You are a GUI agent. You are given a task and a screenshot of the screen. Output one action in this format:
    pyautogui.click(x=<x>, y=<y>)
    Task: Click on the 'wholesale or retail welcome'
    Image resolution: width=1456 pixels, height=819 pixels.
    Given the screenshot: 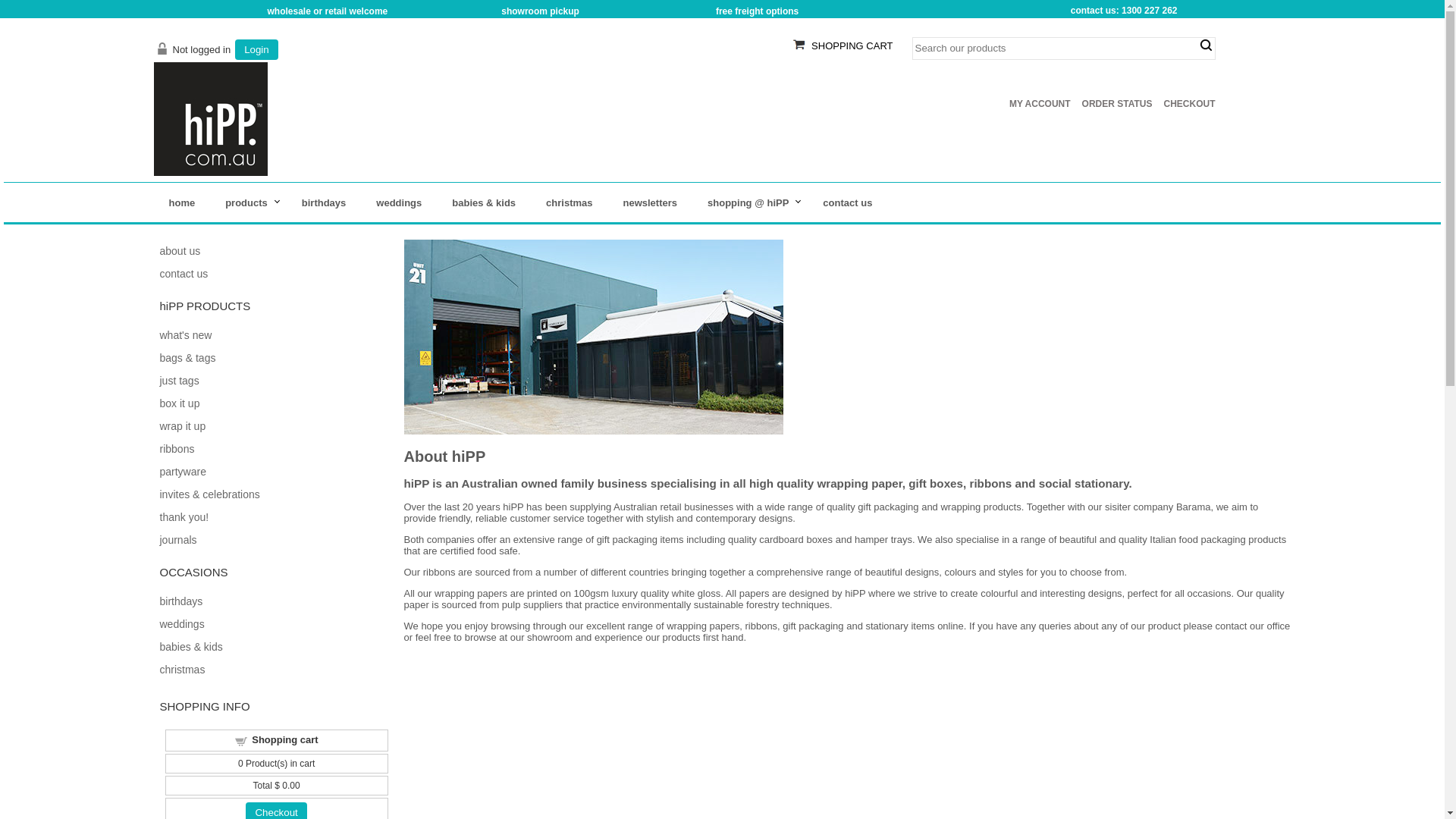 What is the action you would take?
    pyautogui.click(x=326, y=11)
    